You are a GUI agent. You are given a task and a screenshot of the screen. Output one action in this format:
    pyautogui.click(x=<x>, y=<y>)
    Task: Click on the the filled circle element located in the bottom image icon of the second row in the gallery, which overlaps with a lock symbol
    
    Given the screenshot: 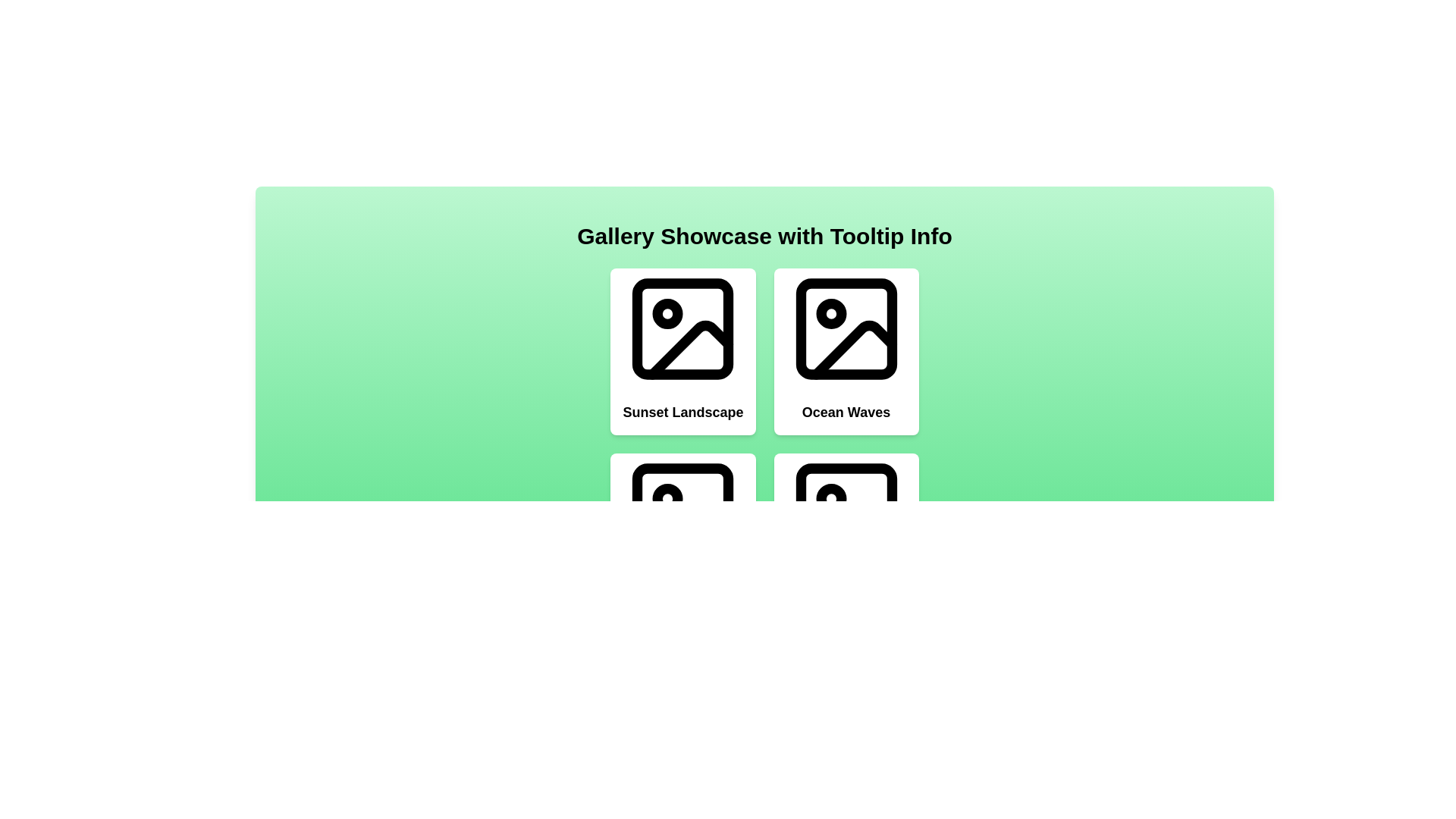 What is the action you would take?
    pyautogui.click(x=830, y=499)
    